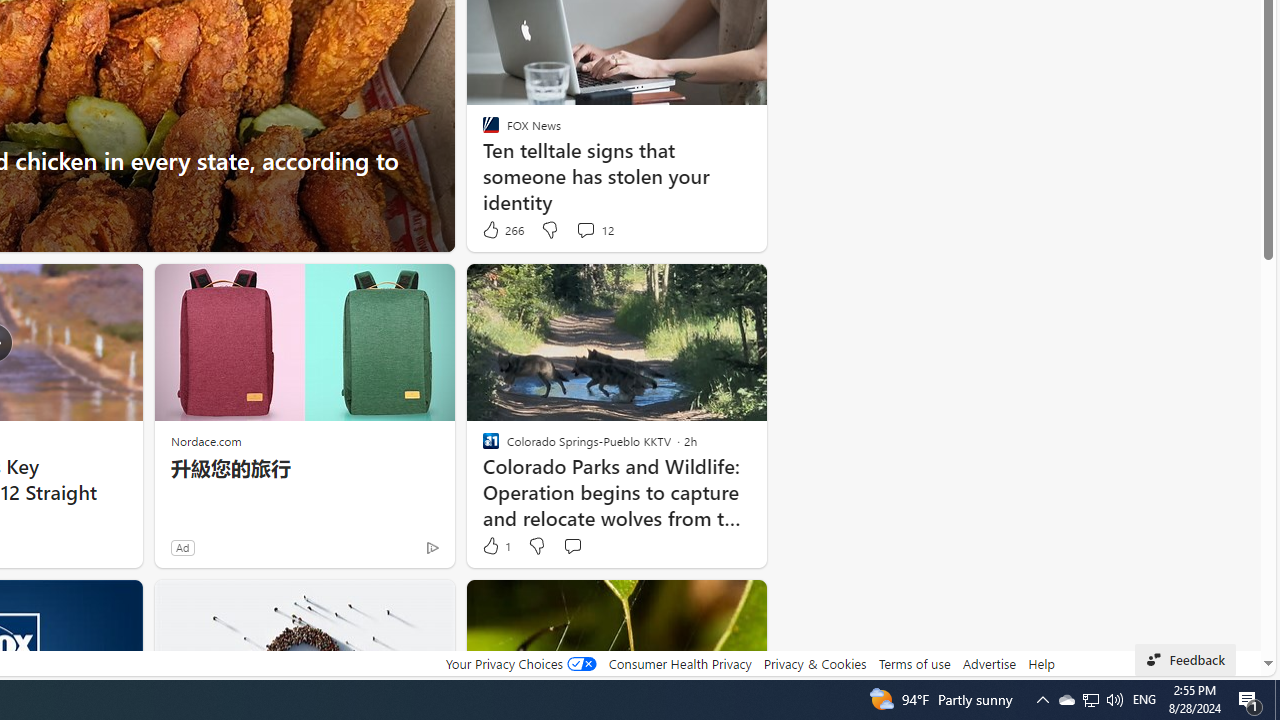  I want to click on '1 Like', so click(495, 546).